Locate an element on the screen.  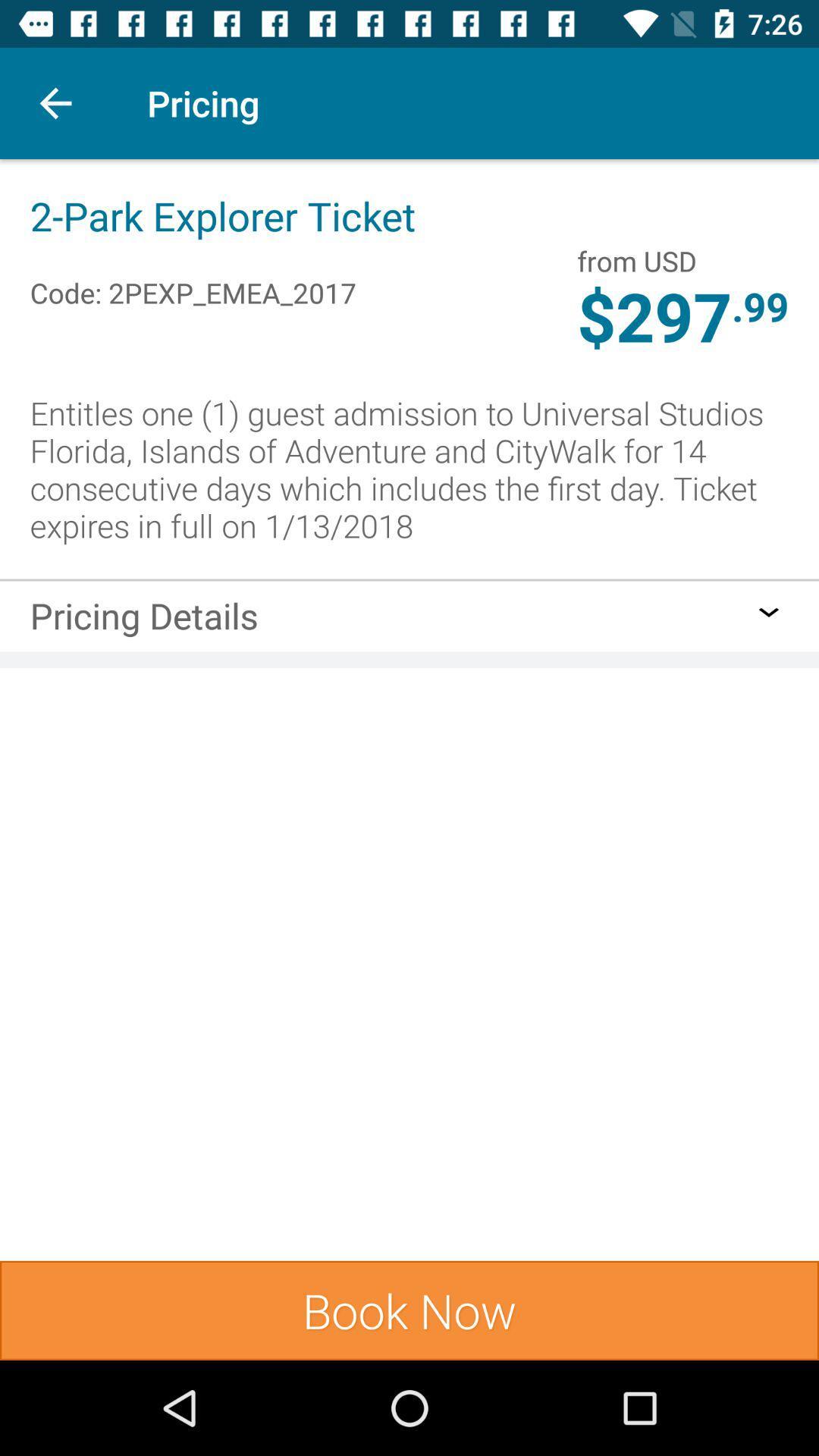
the entitles one 1 at the top is located at coordinates (409, 468).